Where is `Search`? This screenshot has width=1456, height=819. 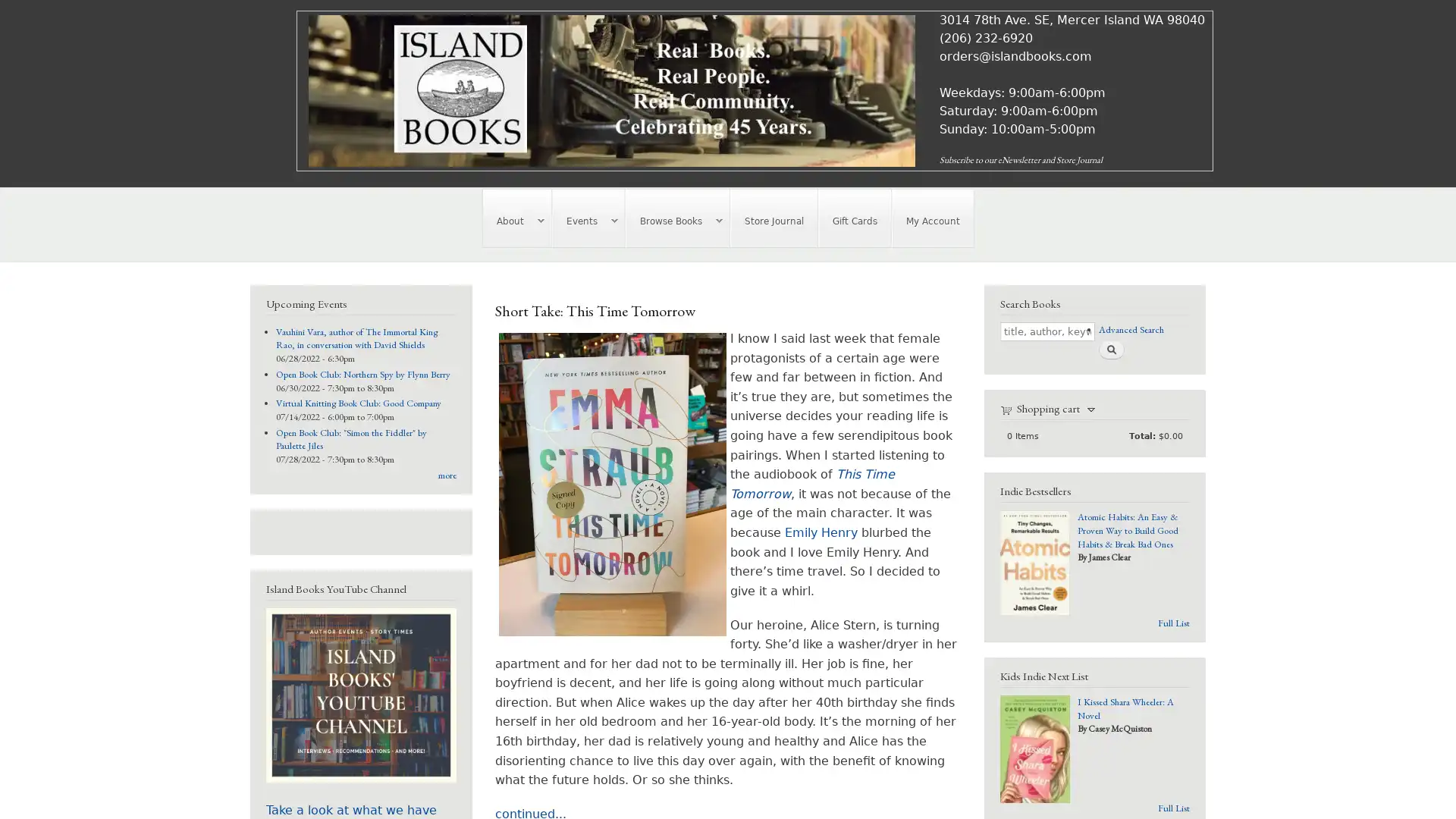 Search is located at coordinates (1110, 350).